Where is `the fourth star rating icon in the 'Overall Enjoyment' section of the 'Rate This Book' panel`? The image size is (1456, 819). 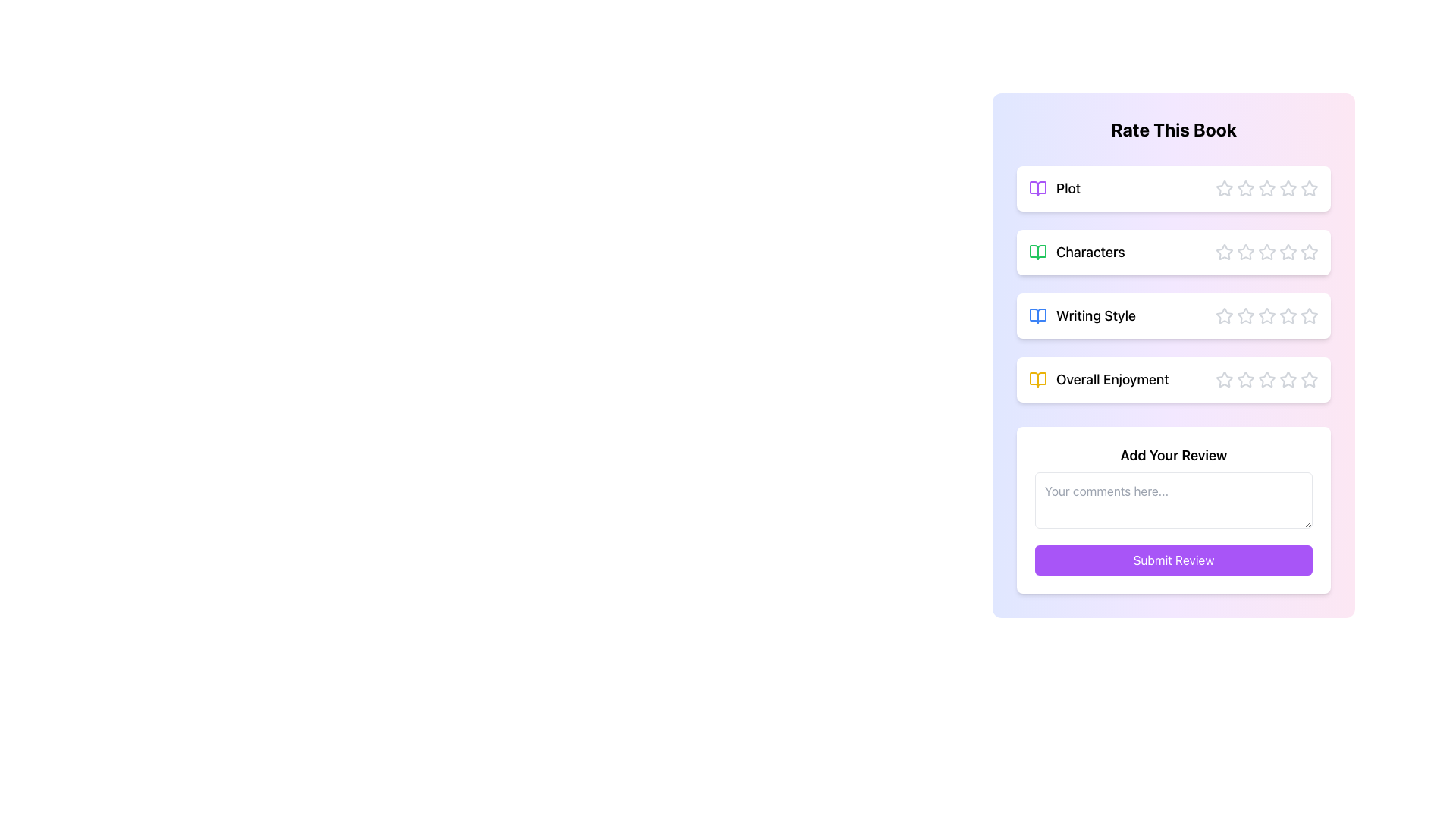
the fourth star rating icon in the 'Overall Enjoyment' section of the 'Rate This Book' panel is located at coordinates (1245, 378).